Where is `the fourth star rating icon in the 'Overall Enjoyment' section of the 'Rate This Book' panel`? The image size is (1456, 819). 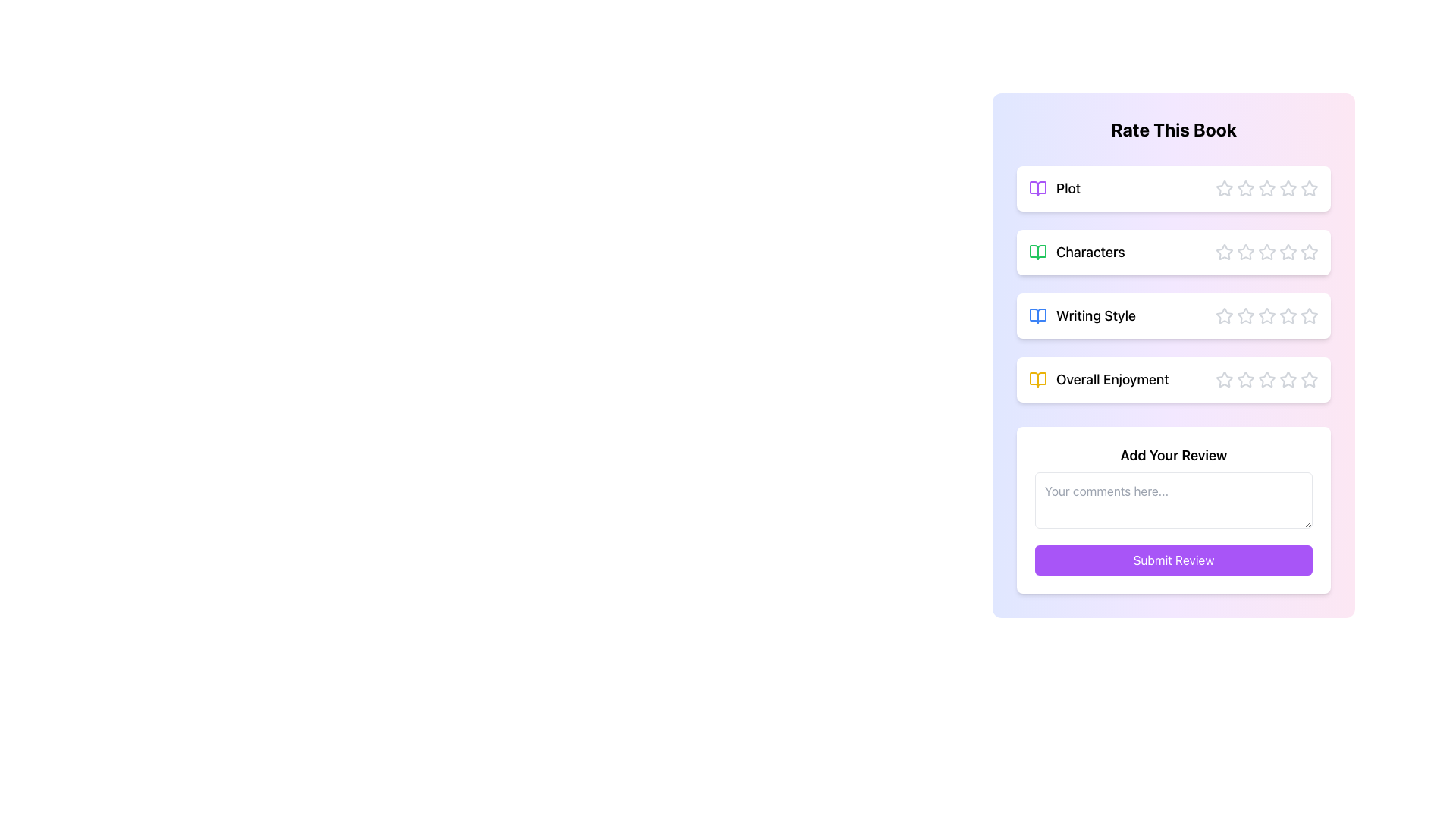
the fourth star rating icon in the 'Overall Enjoyment' section of the 'Rate This Book' panel is located at coordinates (1245, 378).